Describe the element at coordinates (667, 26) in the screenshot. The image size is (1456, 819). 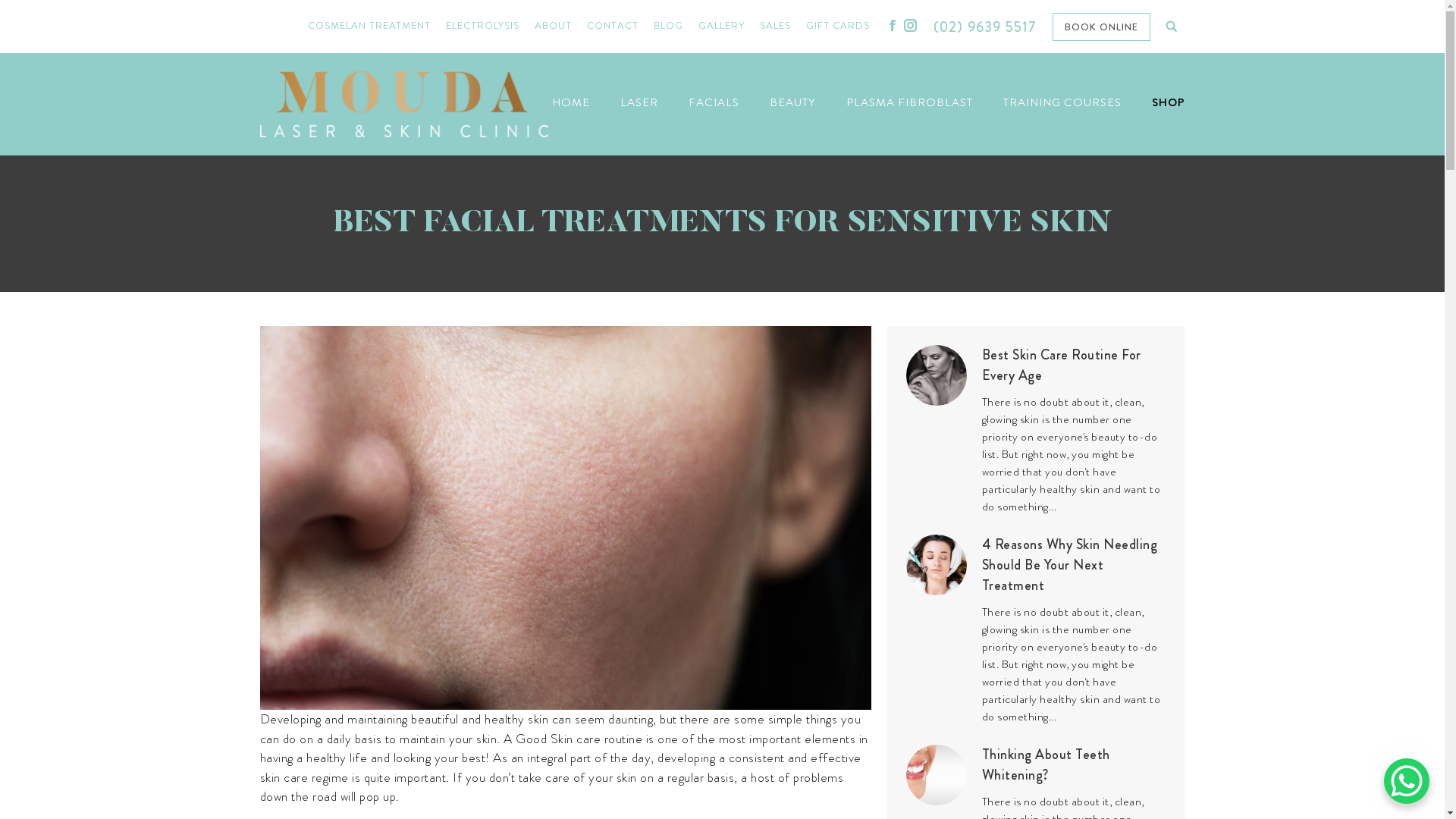
I see `'BLOG'` at that location.